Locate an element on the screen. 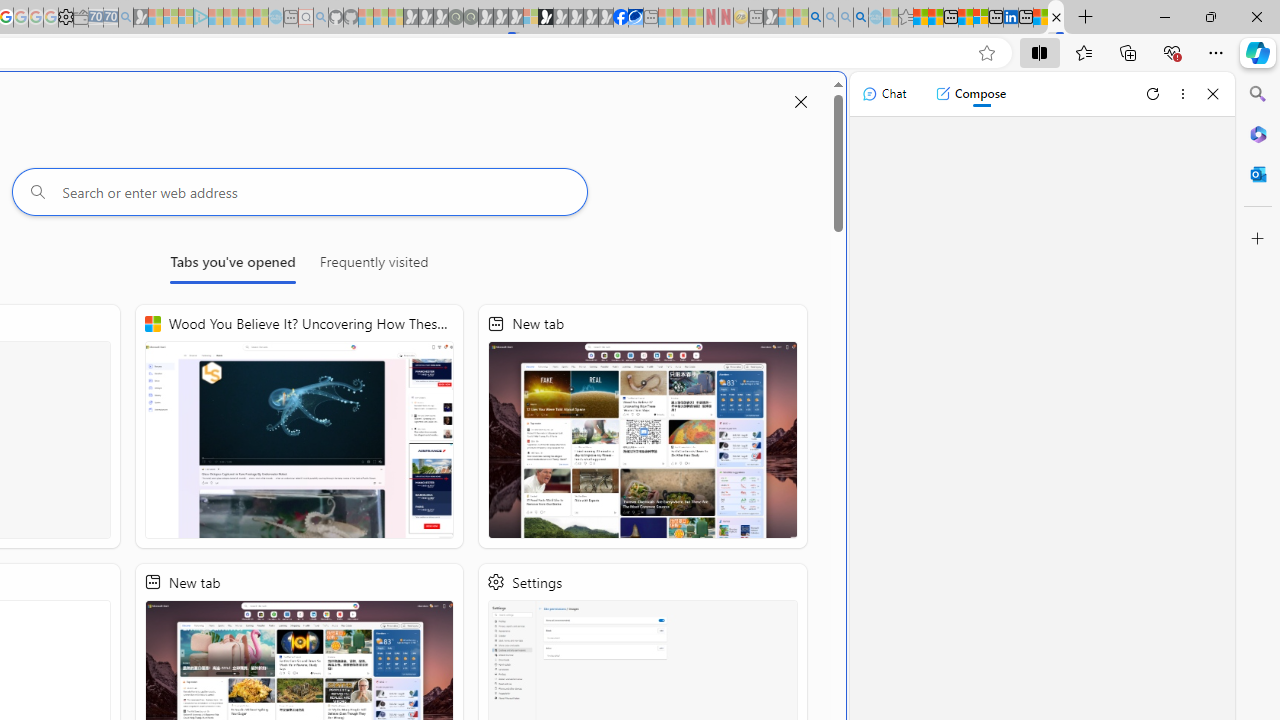 The height and width of the screenshot is (720, 1280). 'AQI & Health | AirNow.gov' is located at coordinates (634, 17).